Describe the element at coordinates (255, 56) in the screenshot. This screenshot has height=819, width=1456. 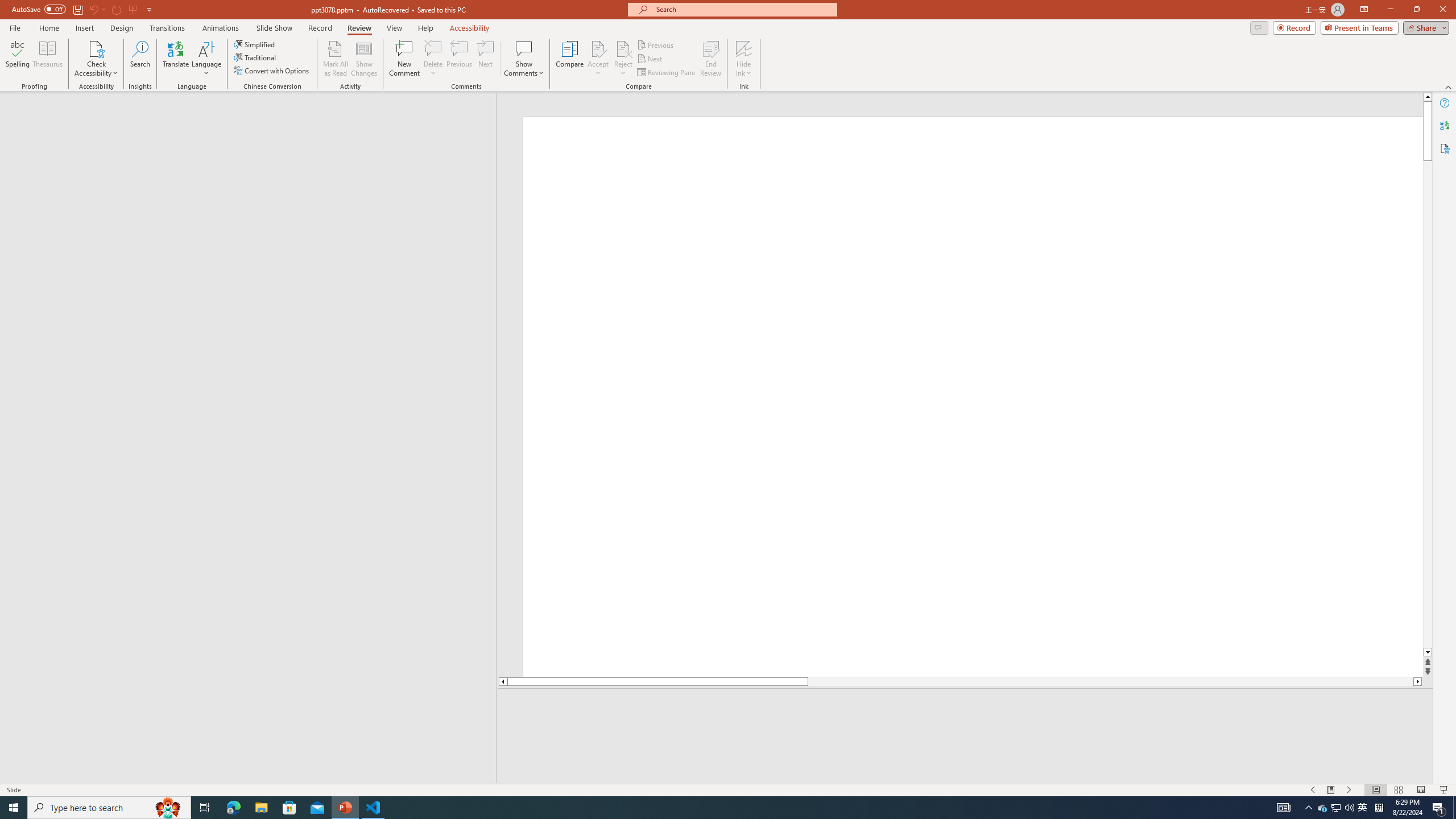
I see `'Traditional'` at that location.